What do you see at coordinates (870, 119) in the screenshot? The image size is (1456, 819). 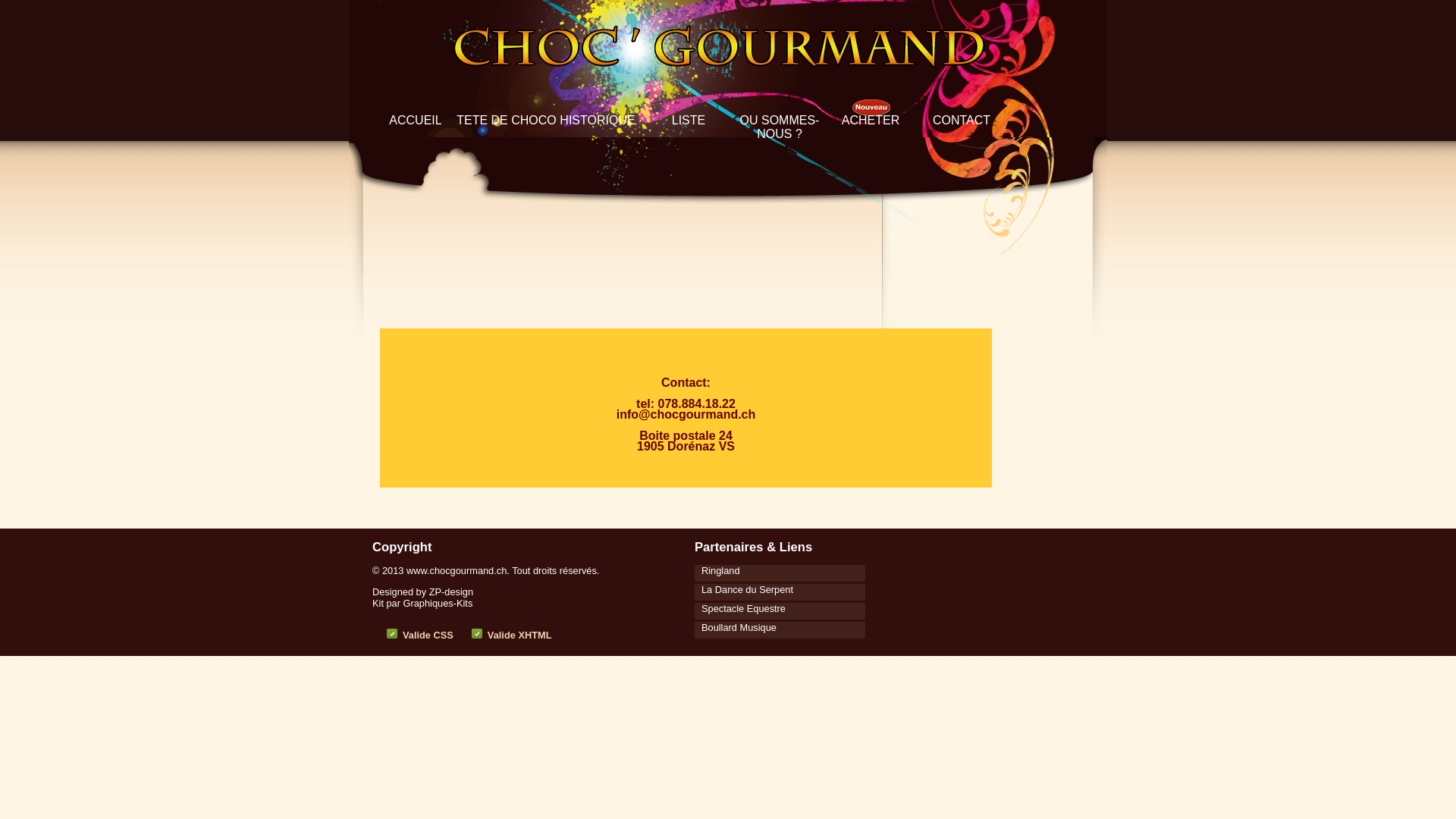 I see `'ACHETER'` at bounding box center [870, 119].